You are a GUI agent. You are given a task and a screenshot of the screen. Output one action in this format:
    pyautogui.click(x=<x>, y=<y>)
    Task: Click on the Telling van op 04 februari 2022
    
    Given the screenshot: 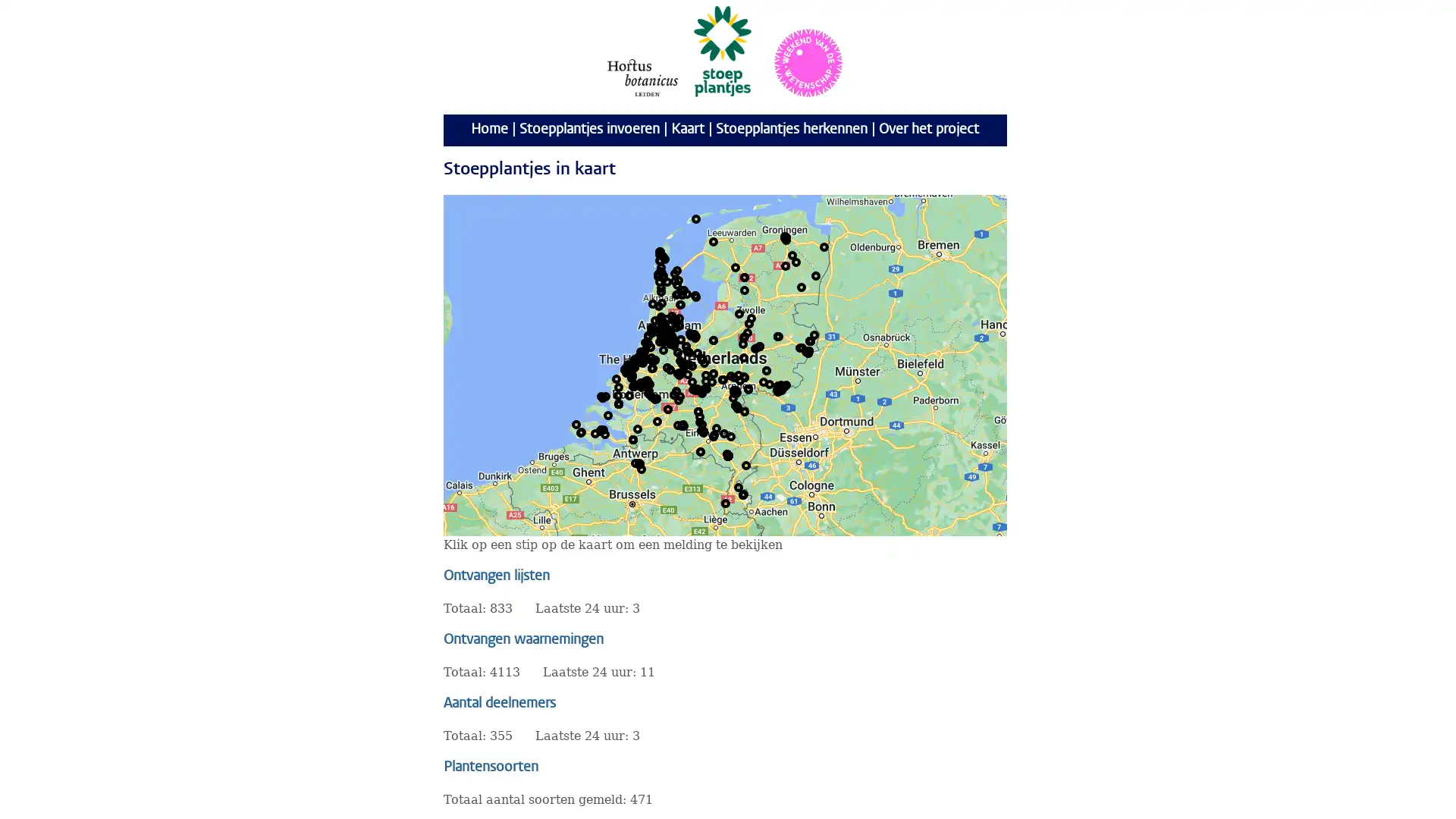 What is the action you would take?
    pyautogui.click(x=644, y=359)
    